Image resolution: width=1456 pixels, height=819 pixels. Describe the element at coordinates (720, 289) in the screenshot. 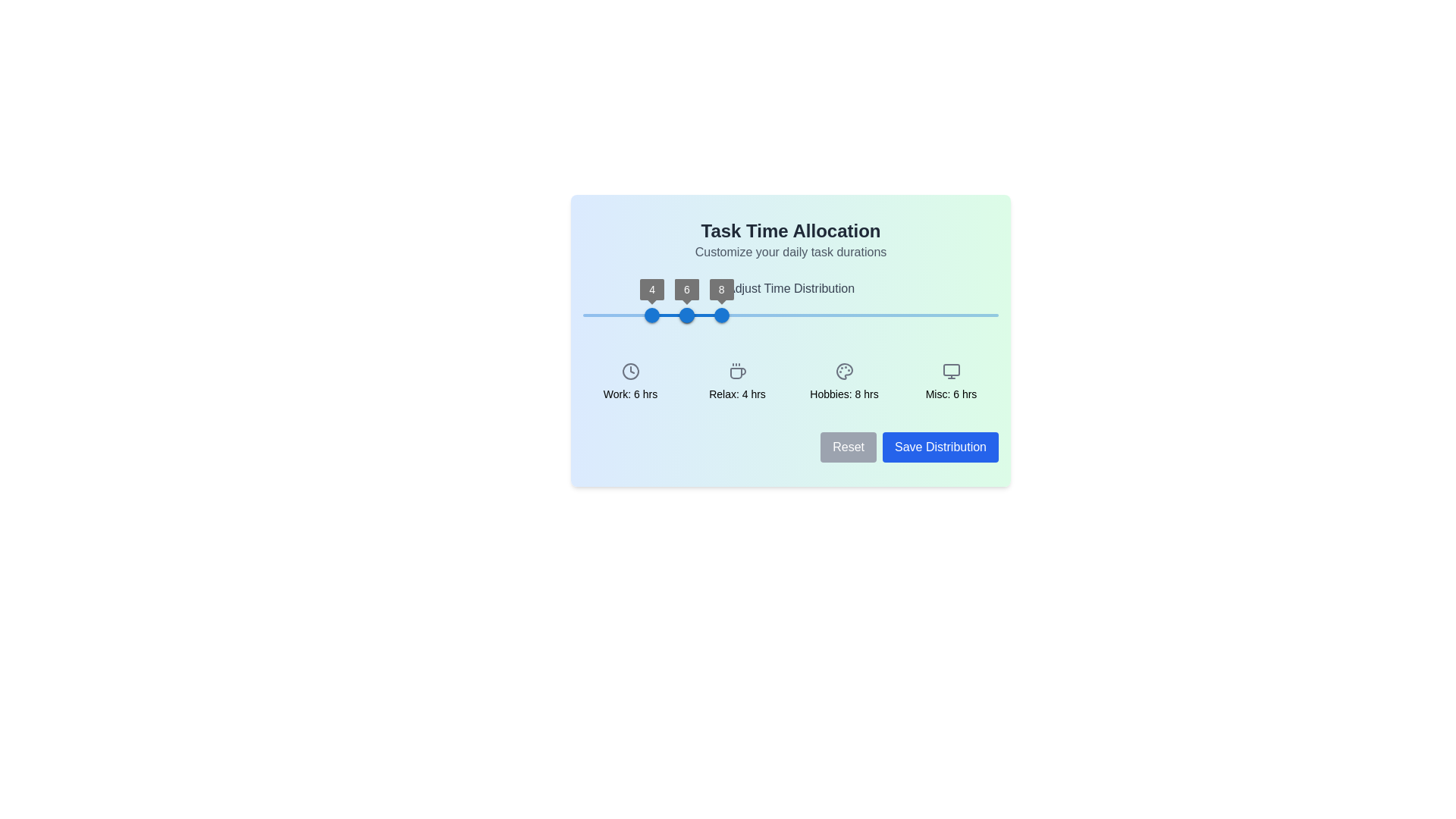

I see `the circular label displaying the numeric value '8' above the blue slider for the 'Hobbies' task category` at that location.